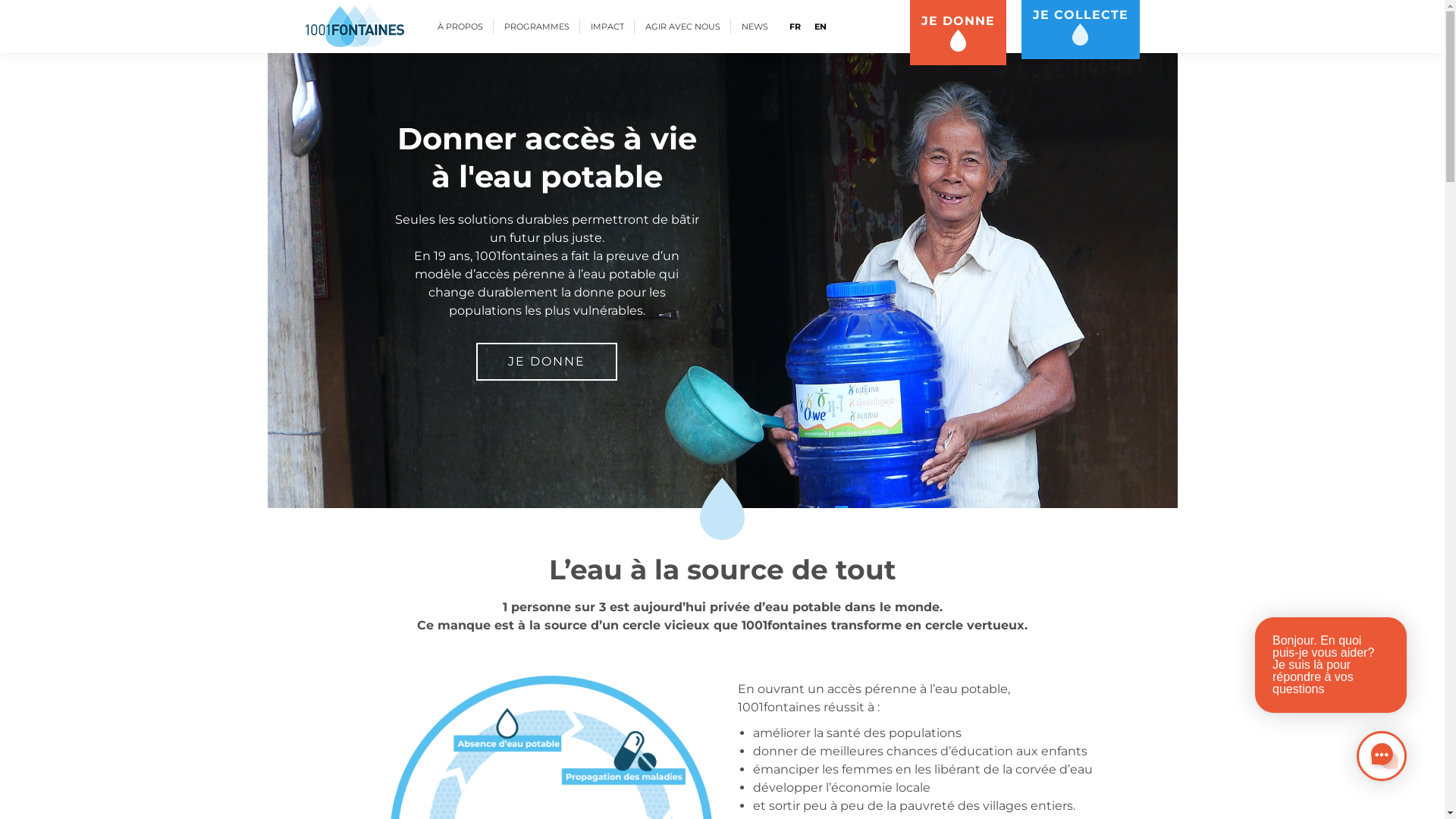 The image size is (1456, 819). I want to click on 'JE DONNE', so click(475, 362).